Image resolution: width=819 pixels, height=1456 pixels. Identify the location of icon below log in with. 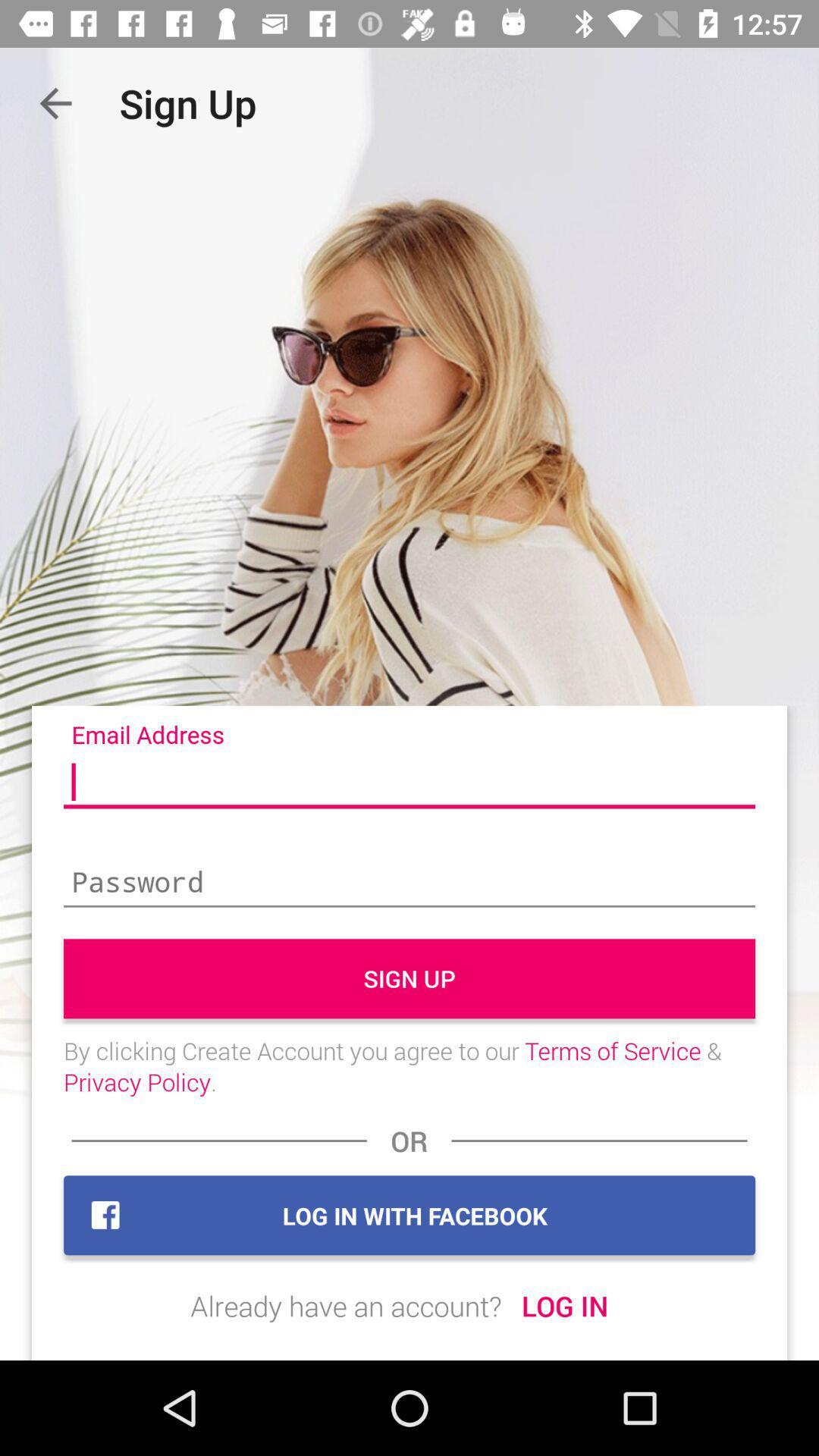
(346, 1305).